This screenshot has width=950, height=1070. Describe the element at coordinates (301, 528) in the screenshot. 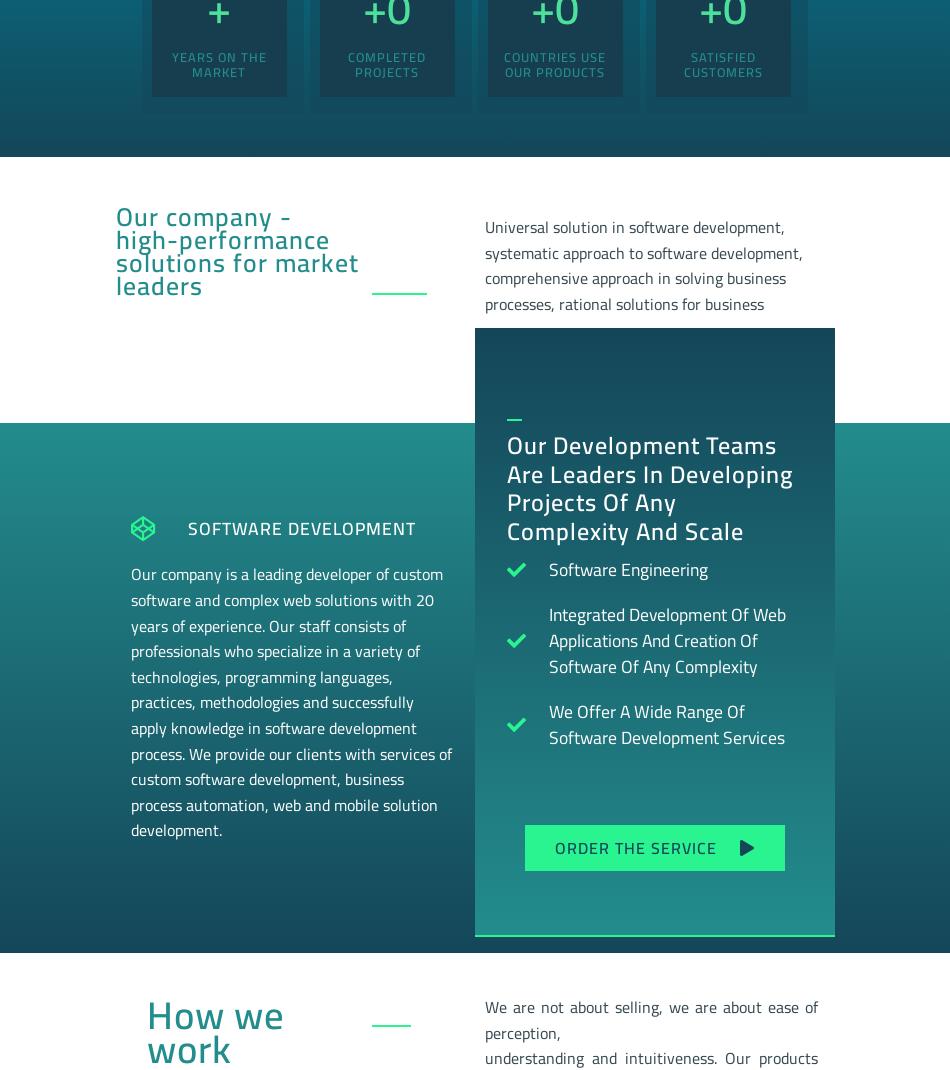

I see `'Software Development'` at that location.